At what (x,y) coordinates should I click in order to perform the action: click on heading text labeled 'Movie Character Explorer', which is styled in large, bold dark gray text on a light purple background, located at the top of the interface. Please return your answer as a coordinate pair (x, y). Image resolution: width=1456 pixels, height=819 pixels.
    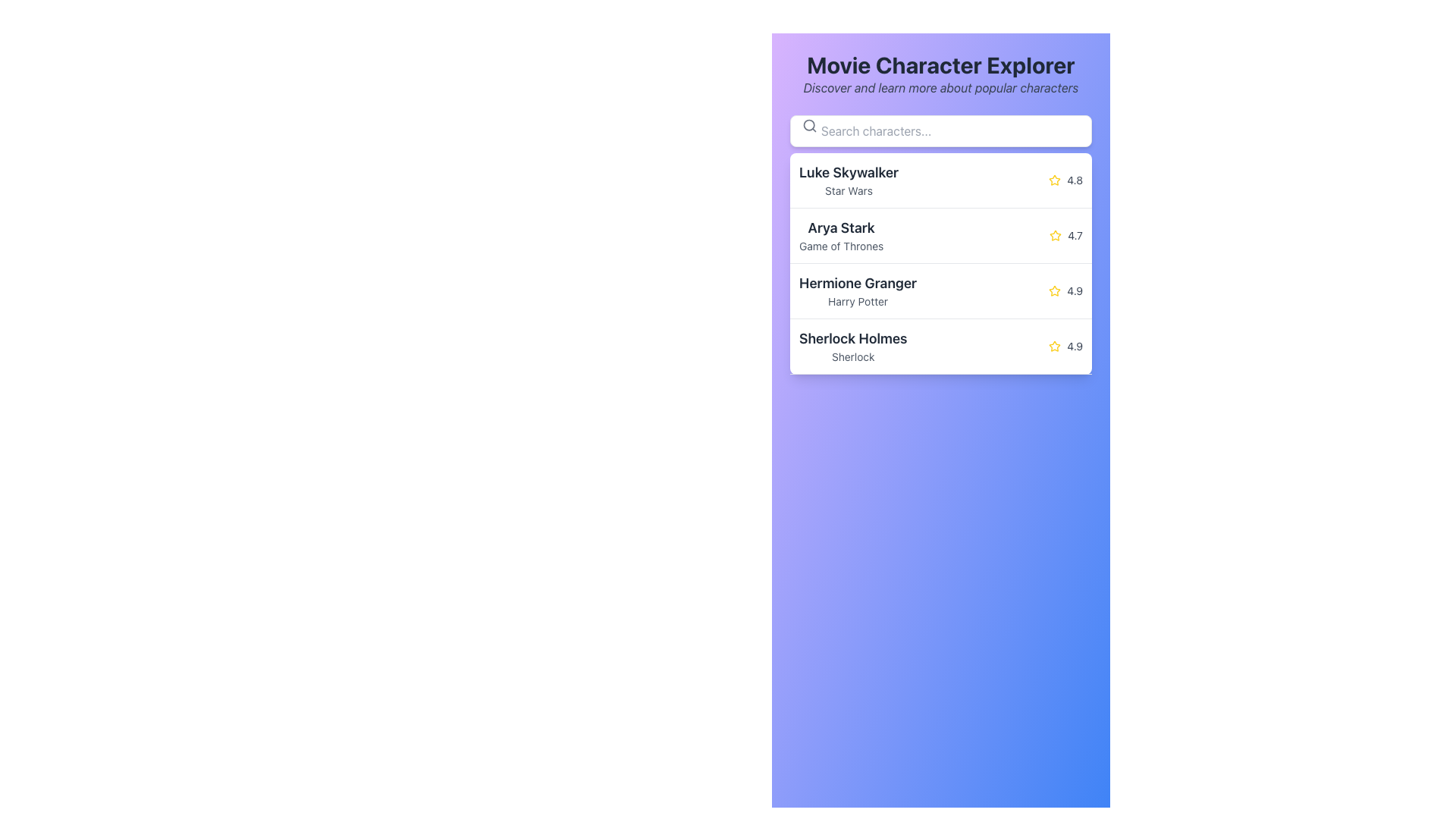
    Looking at the image, I should click on (940, 64).